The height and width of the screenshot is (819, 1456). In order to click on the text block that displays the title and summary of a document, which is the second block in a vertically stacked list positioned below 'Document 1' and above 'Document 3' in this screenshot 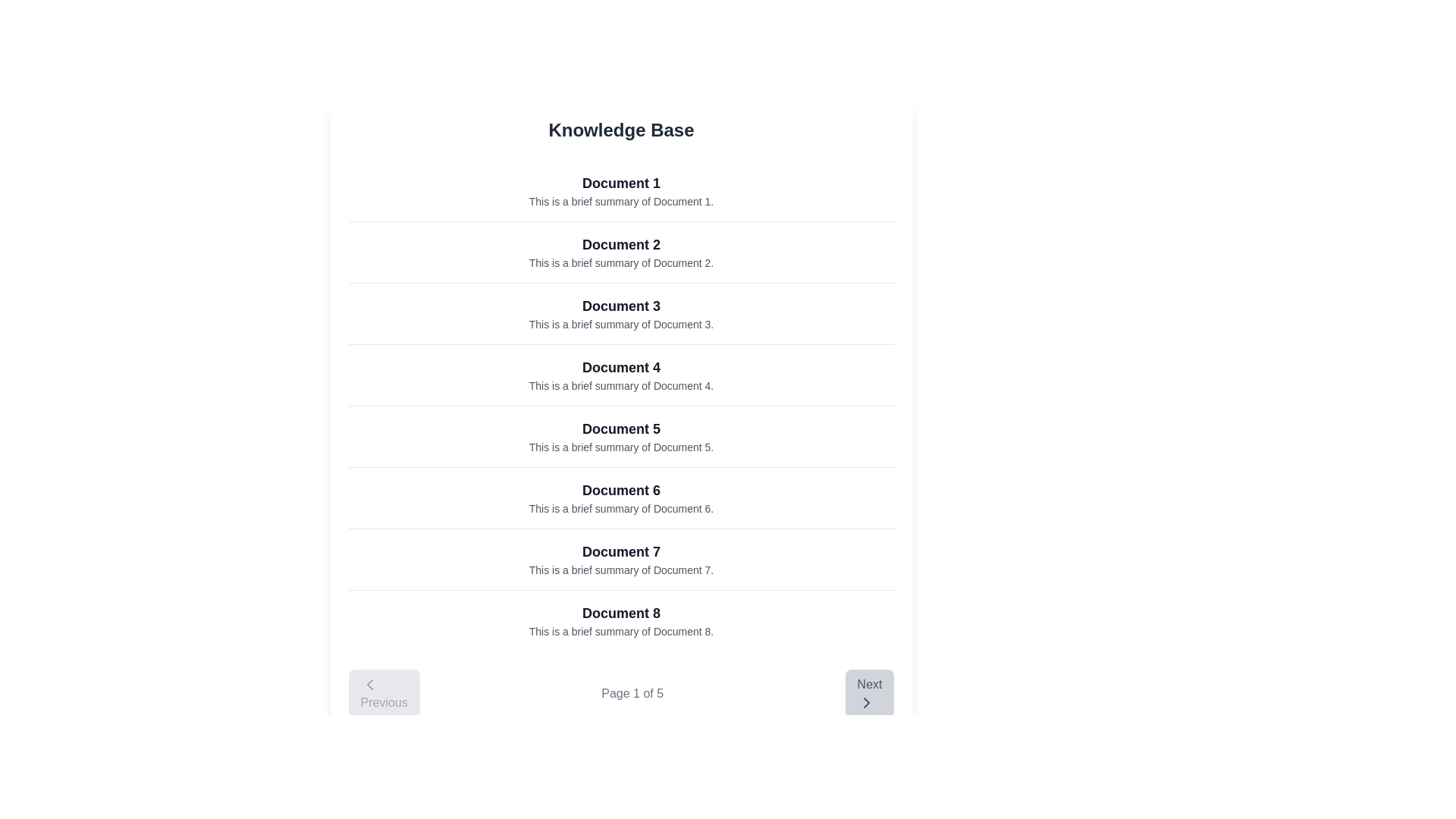, I will do `click(621, 251)`.